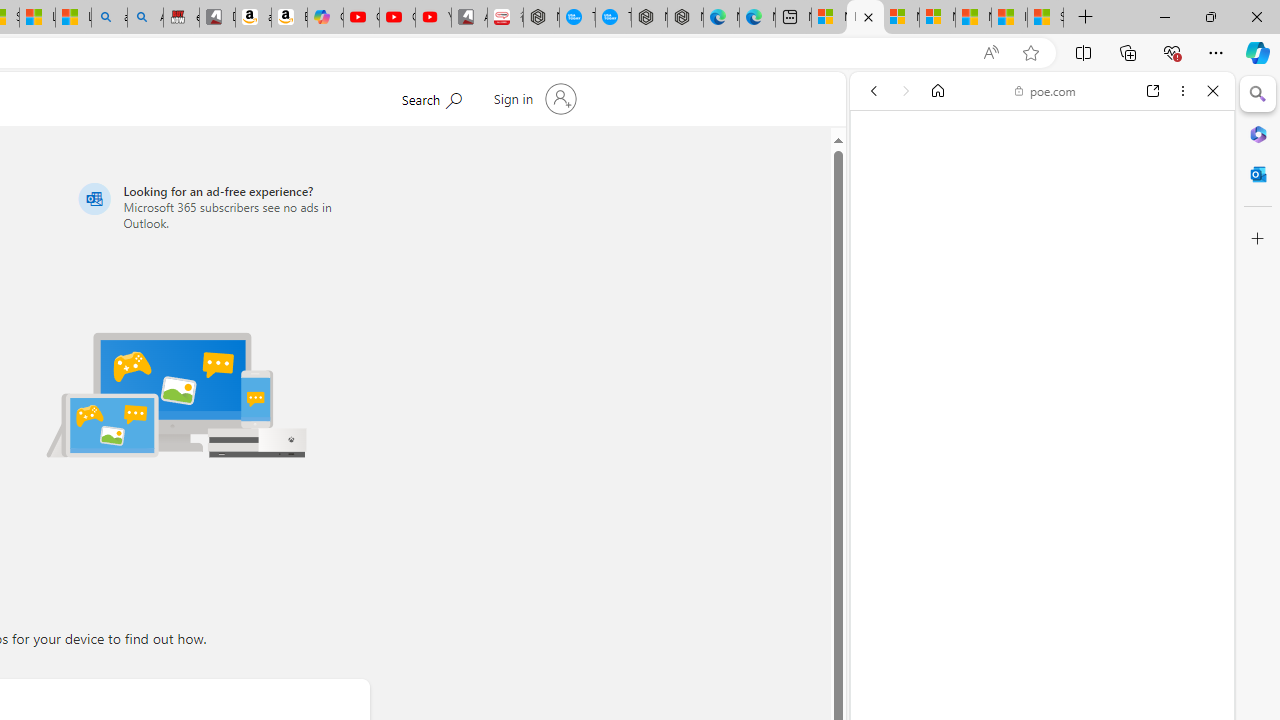 The width and height of the screenshot is (1280, 720). What do you see at coordinates (1257, 238) in the screenshot?
I see `'Customize'` at bounding box center [1257, 238].